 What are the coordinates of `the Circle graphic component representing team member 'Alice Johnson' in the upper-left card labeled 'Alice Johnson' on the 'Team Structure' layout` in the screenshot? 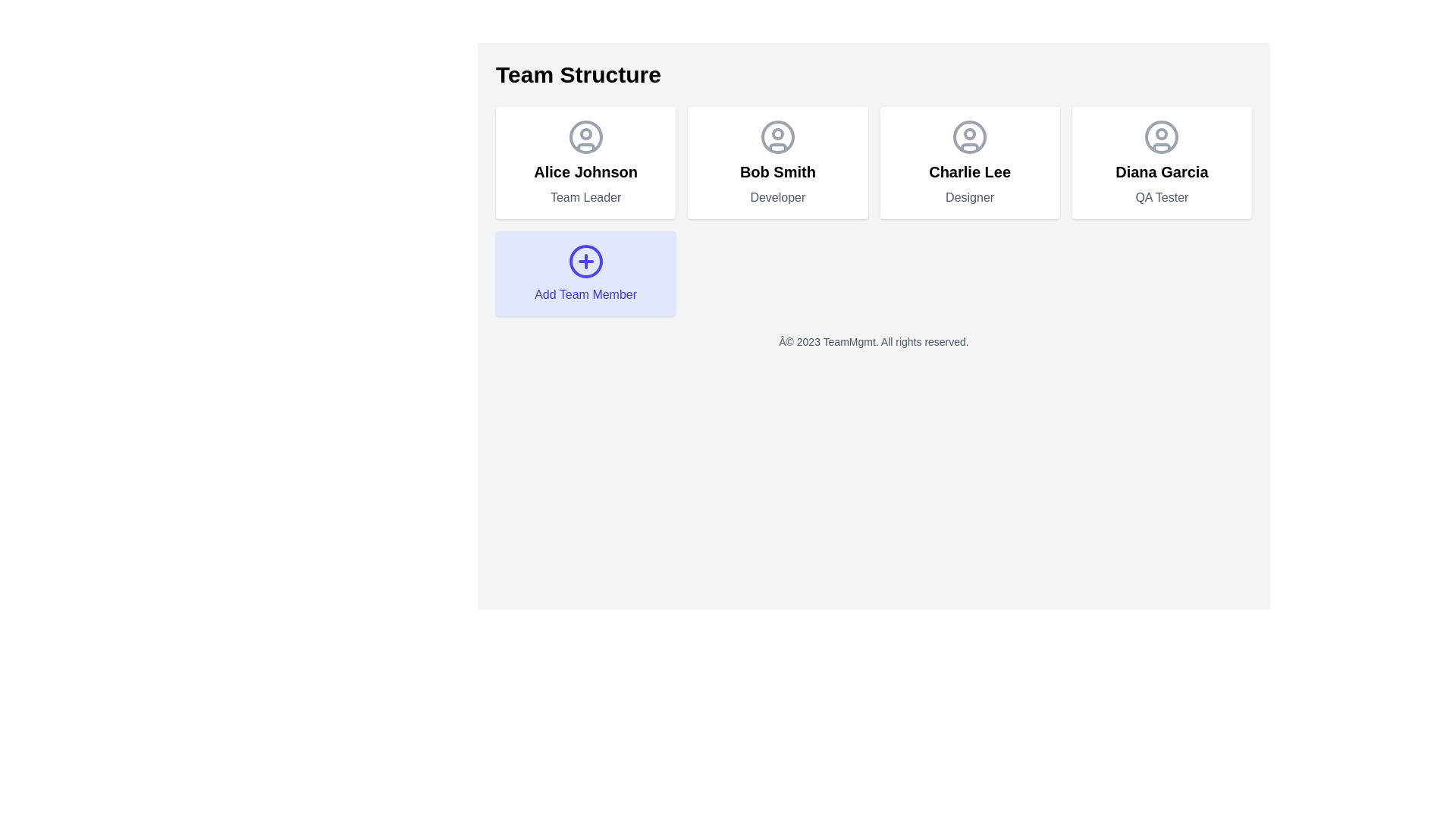 It's located at (585, 137).